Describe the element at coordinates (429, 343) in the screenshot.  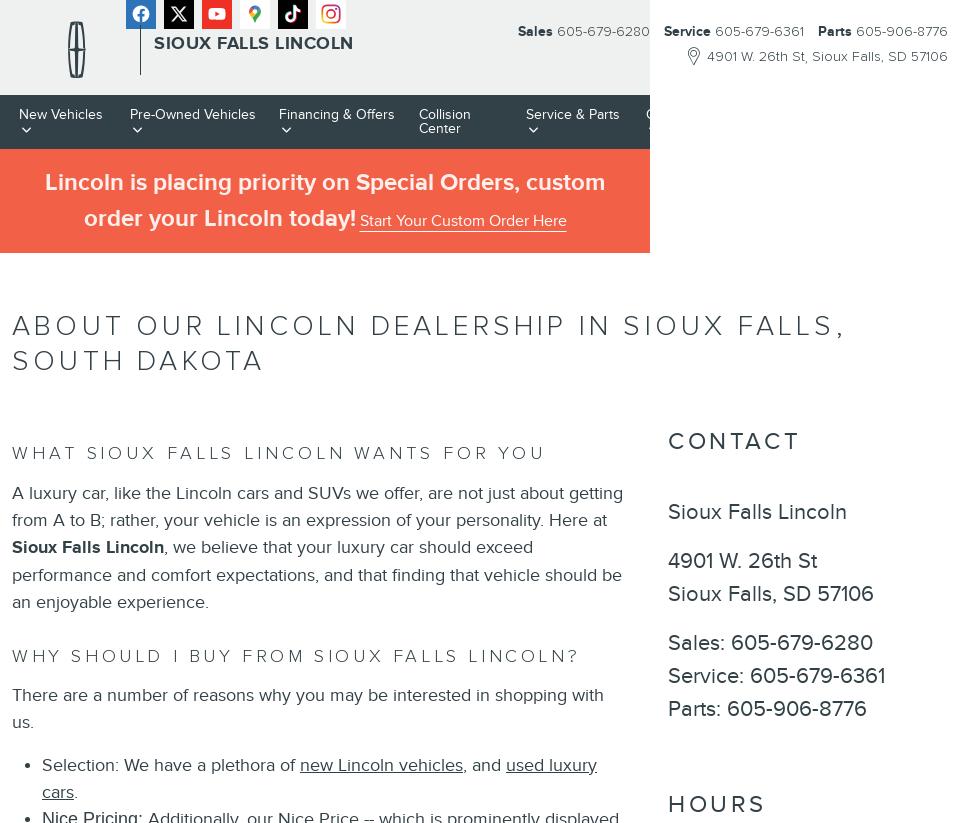
I see `'About Our Lincoln Dealership in Sioux Falls, South Dakota'` at that location.